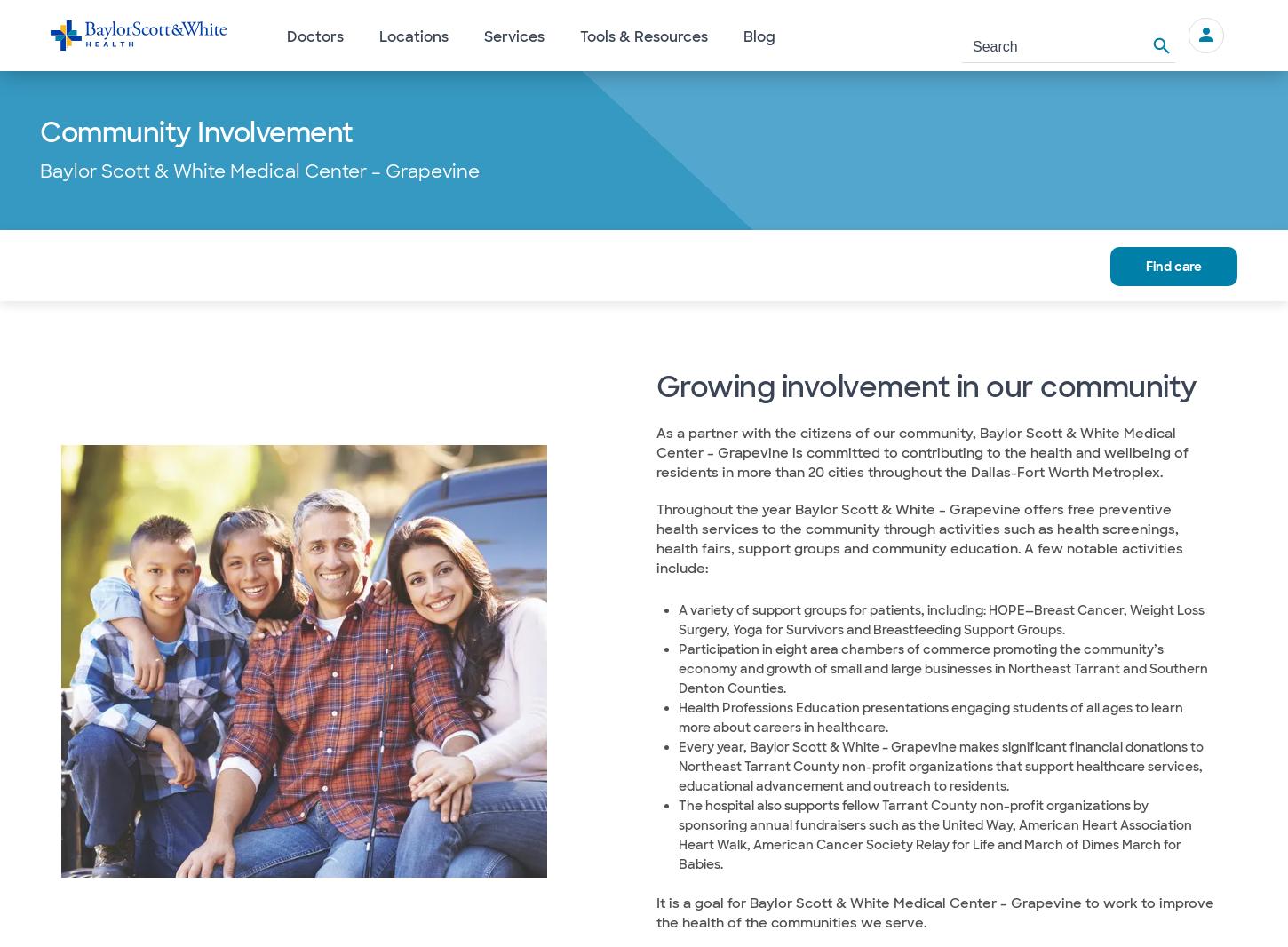 This screenshot has height=947, width=1288. Describe the element at coordinates (921, 452) in the screenshot. I see `'As a partner with the citizens of our community, Baylor Scott & White Medical Center – Grapevine is committed to contributing to the health and wellbeing of residents in more than 20 cities throughout the Dallas-Fort Worth Metroplex.'` at that location.